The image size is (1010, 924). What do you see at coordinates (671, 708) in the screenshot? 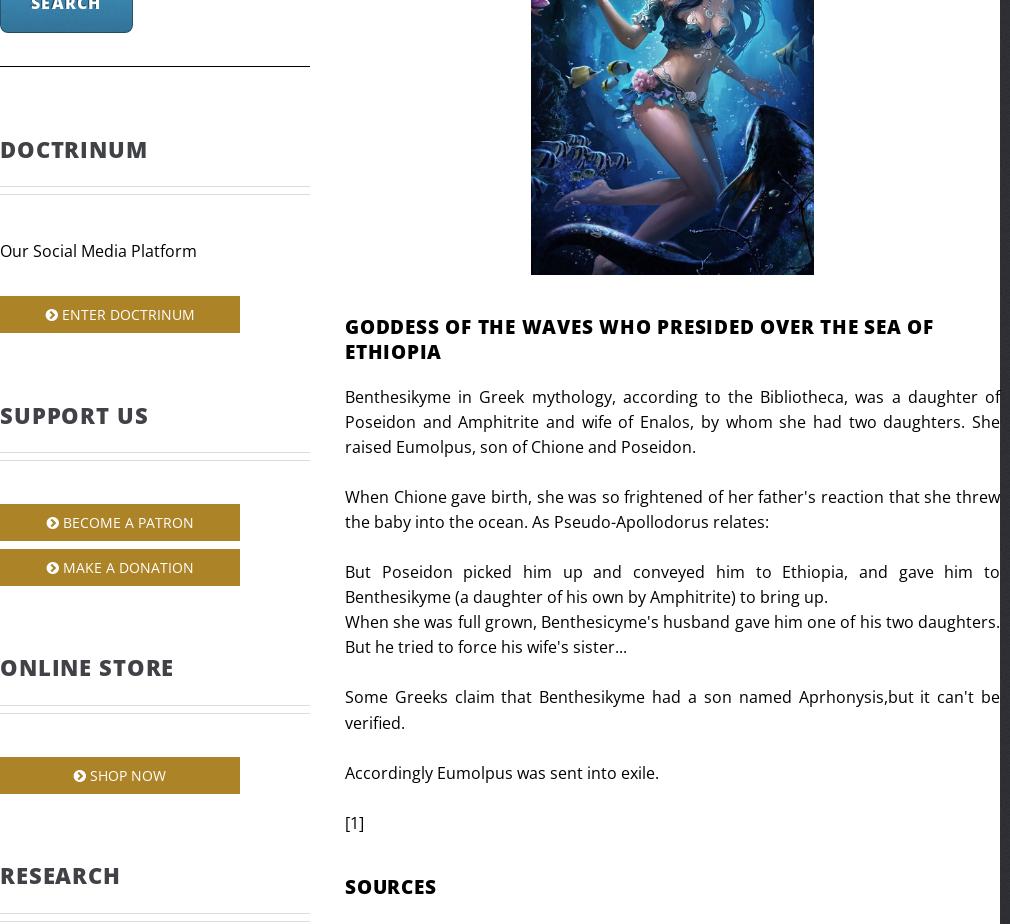
I see `'Some Greeks claim that Benthesikyme had a son named Aprhonysis,but it can't be verified.'` at bounding box center [671, 708].